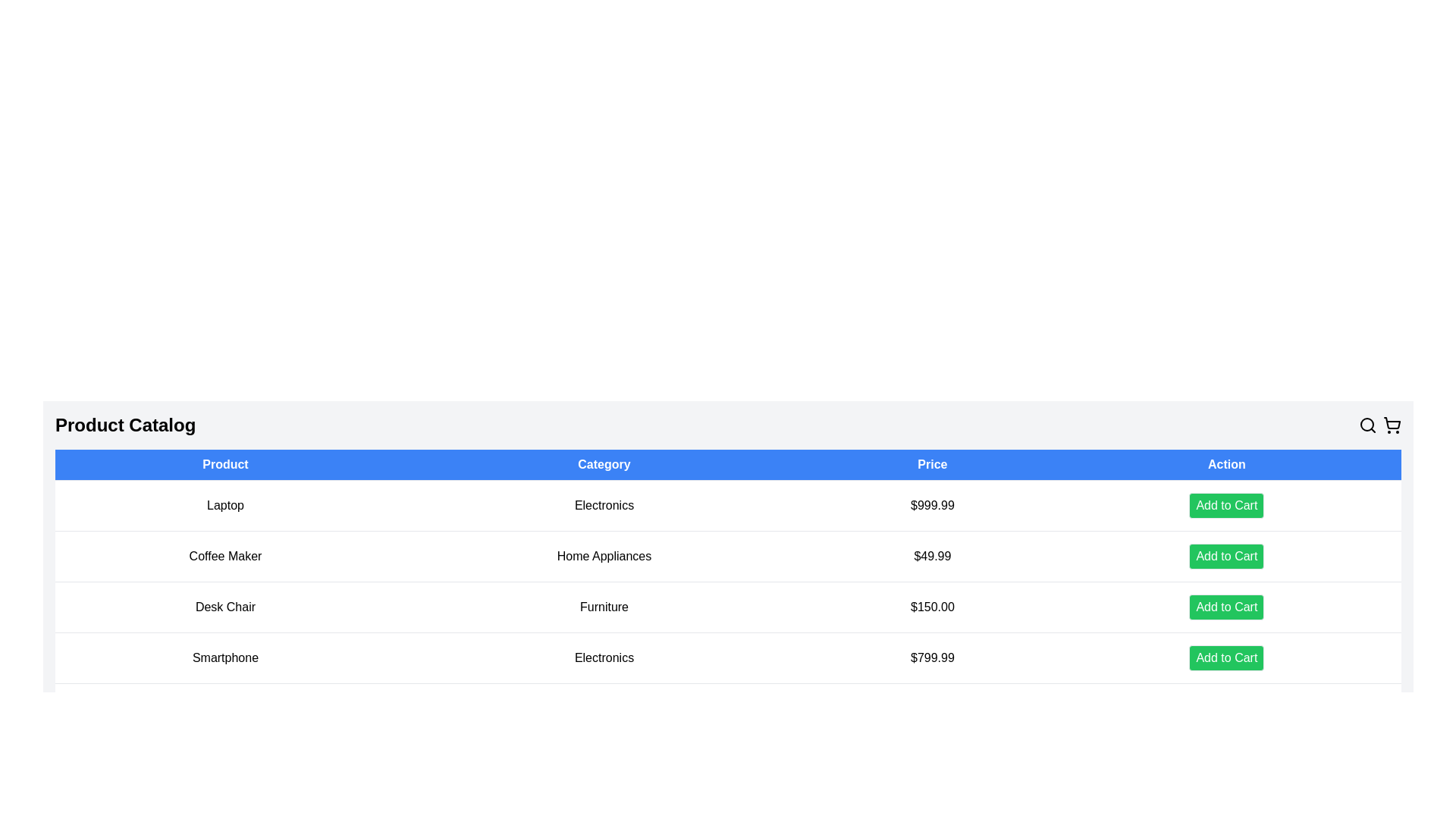 This screenshot has height=819, width=1456. Describe the element at coordinates (1226, 607) in the screenshot. I see `the green button labeled 'Add to Cart' in the fourth row of the product list for the 'Desk Chair' priced at '$150.00'` at that location.